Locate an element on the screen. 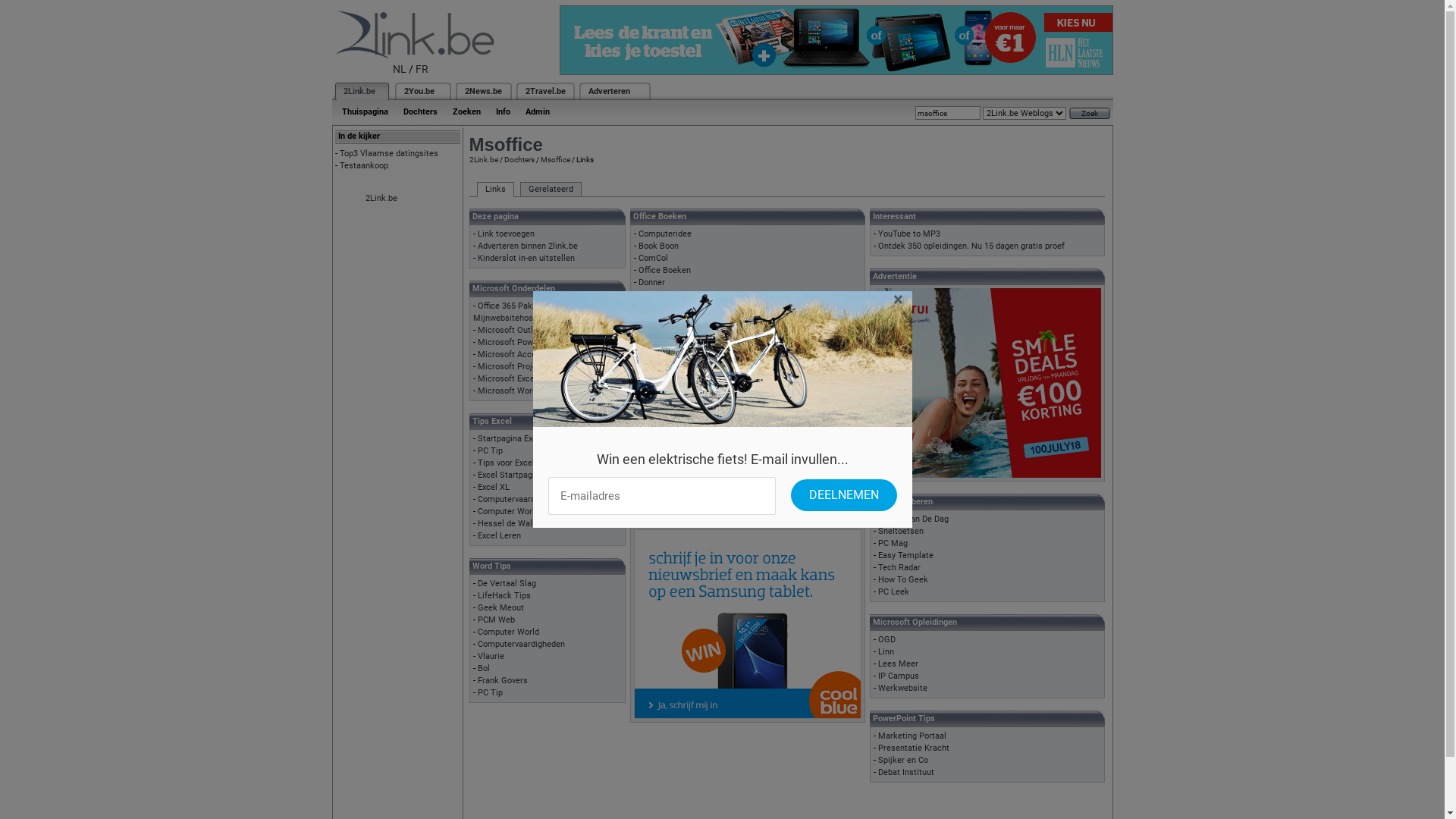 The height and width of the screenshot is (819, 1456). 'Bol' is located at coordinates (483, 667).